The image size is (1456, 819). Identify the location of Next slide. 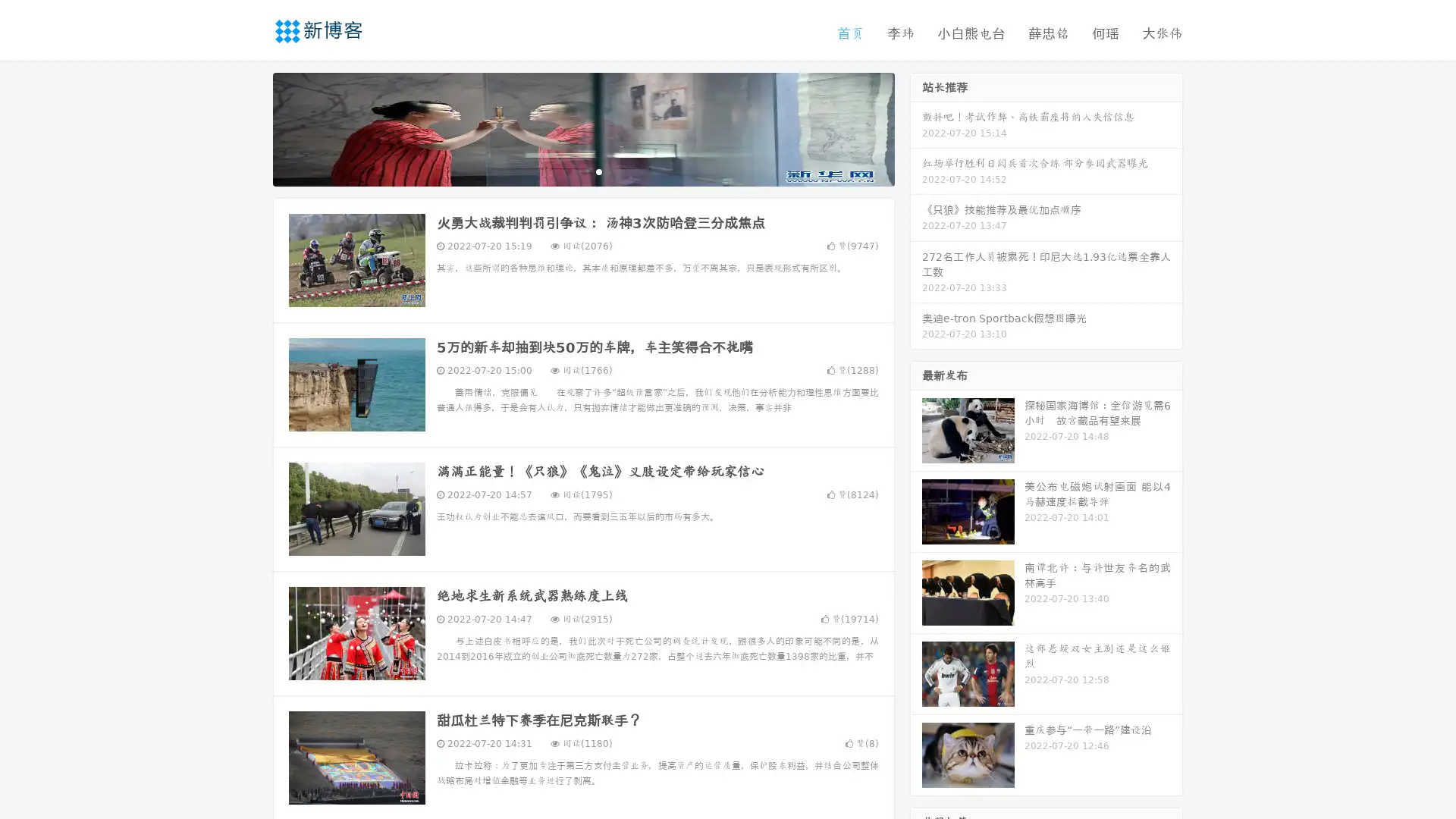
(916, 127).